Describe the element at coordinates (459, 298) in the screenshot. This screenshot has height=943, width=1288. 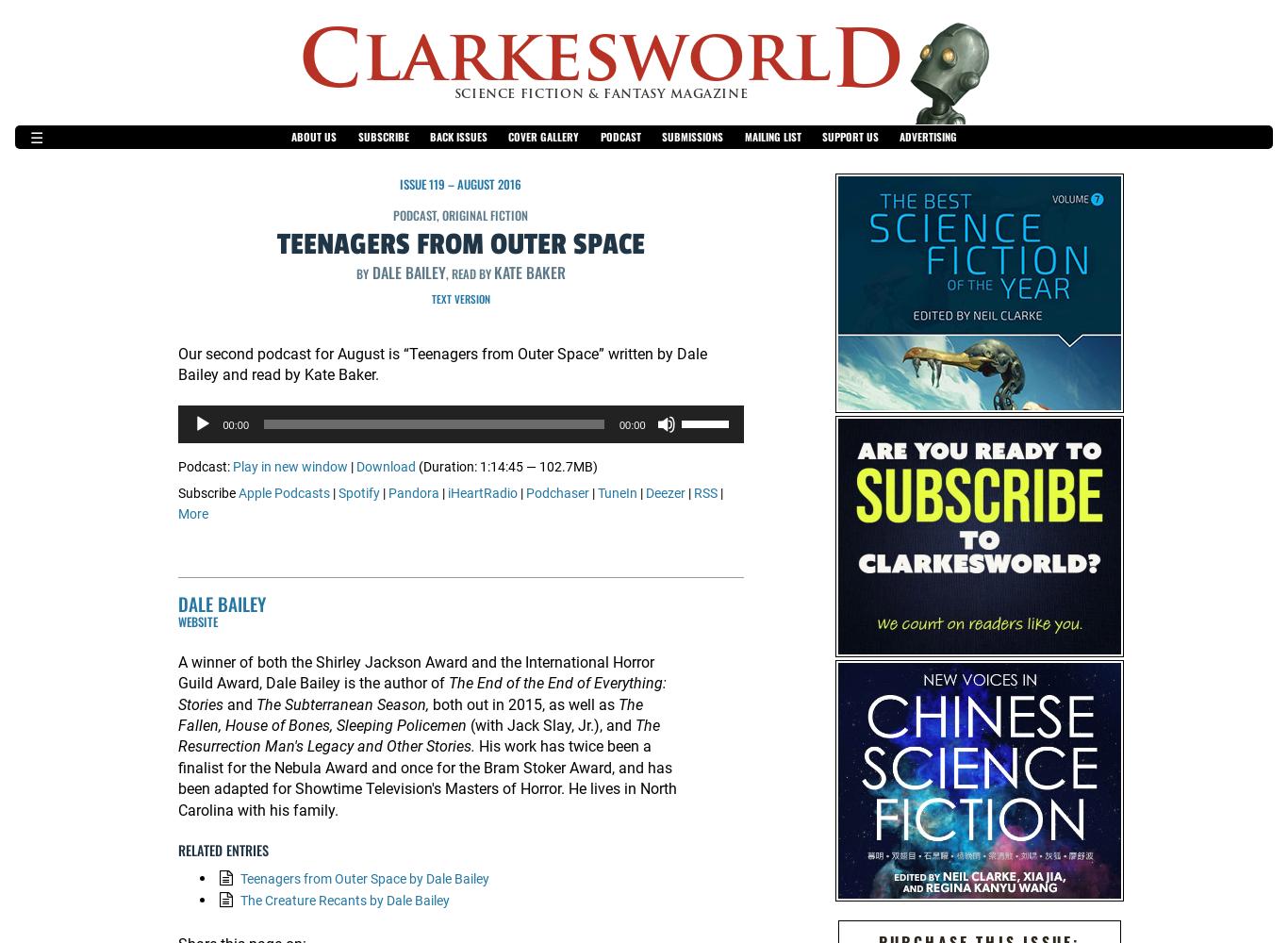
I see `'TEXT VERSION'` at that location.